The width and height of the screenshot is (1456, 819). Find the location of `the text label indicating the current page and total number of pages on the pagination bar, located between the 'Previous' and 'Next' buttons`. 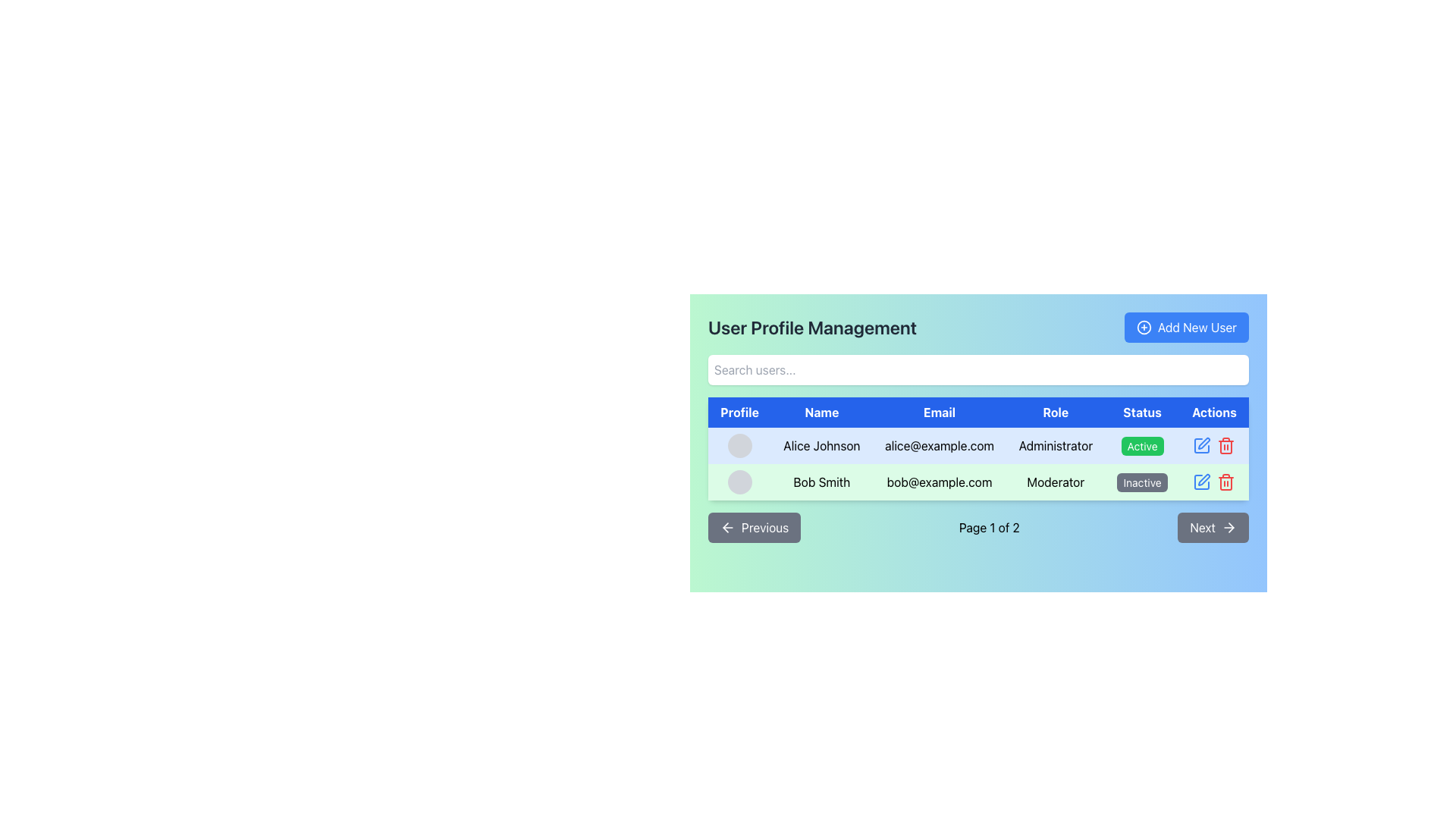

the text label indicating the current page and total number of pages on the pagination bar, located between the 'Previous' and 'Next' buttons is located at coordinates (989, 526).